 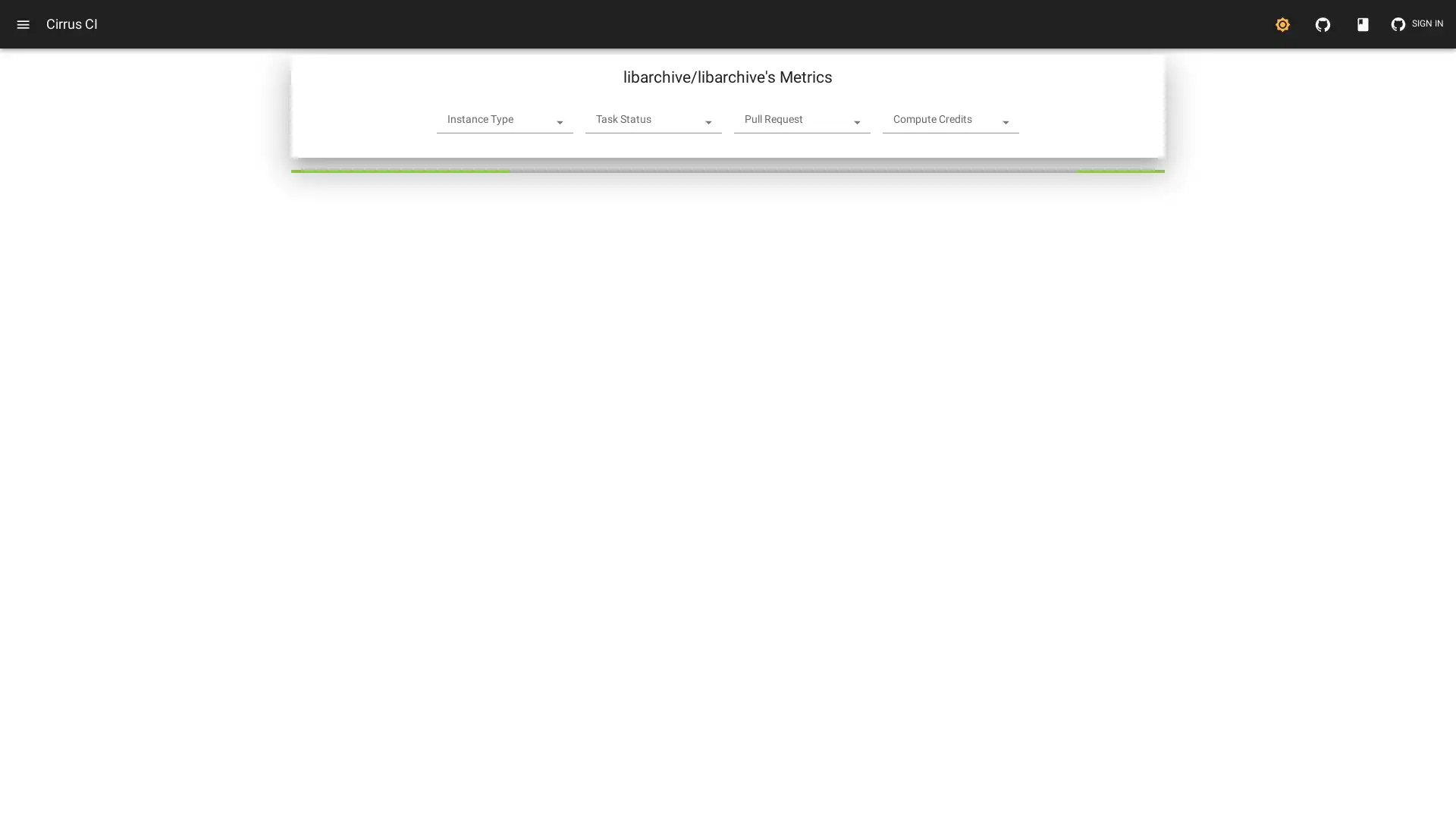 What do you see at coordinates (1282, 24) in the screenshot?
I see `Switch to dark theme` at bounding box center [1282, 24].